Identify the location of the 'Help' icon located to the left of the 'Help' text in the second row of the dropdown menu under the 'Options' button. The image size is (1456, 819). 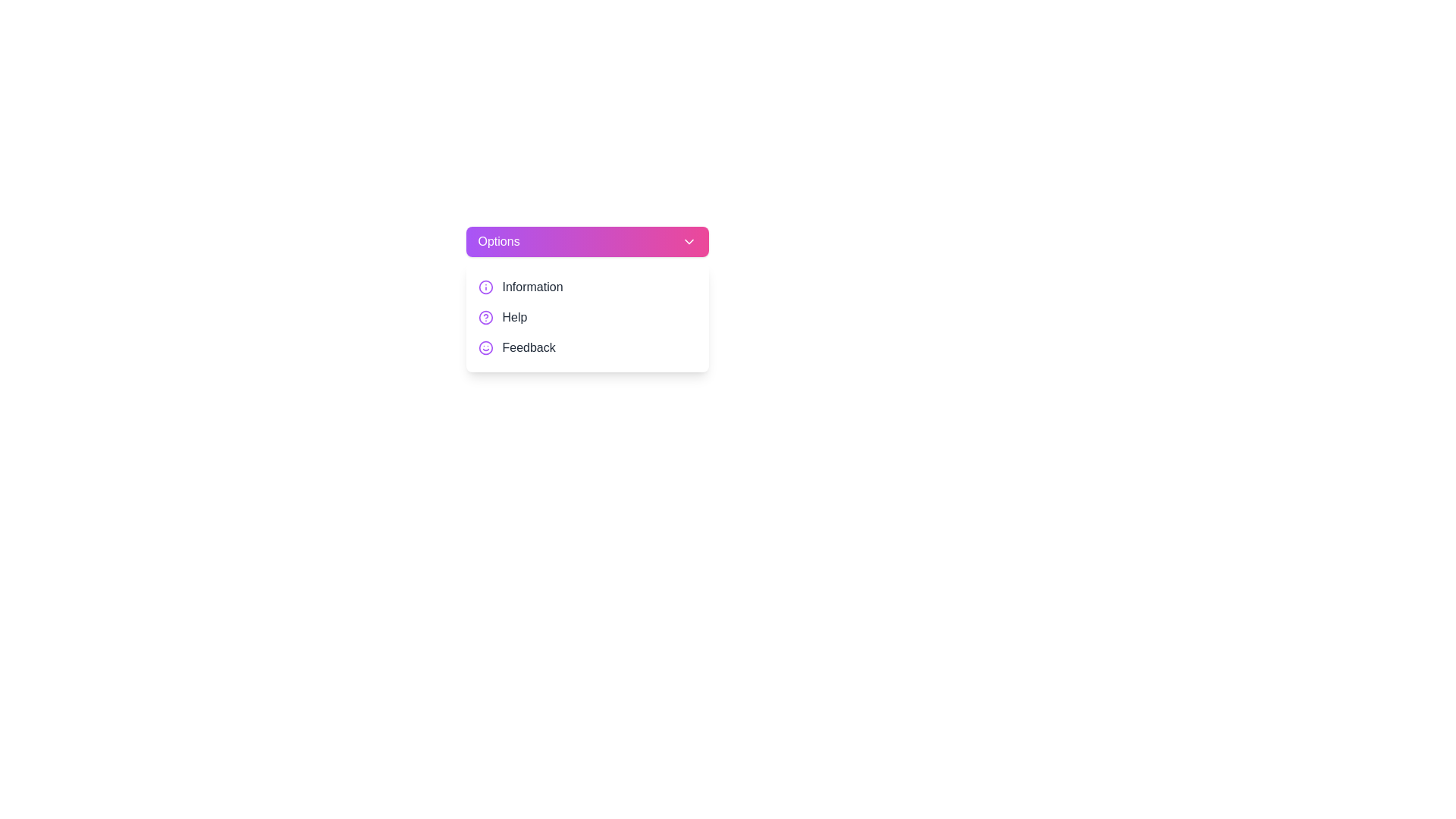
(485, 317).